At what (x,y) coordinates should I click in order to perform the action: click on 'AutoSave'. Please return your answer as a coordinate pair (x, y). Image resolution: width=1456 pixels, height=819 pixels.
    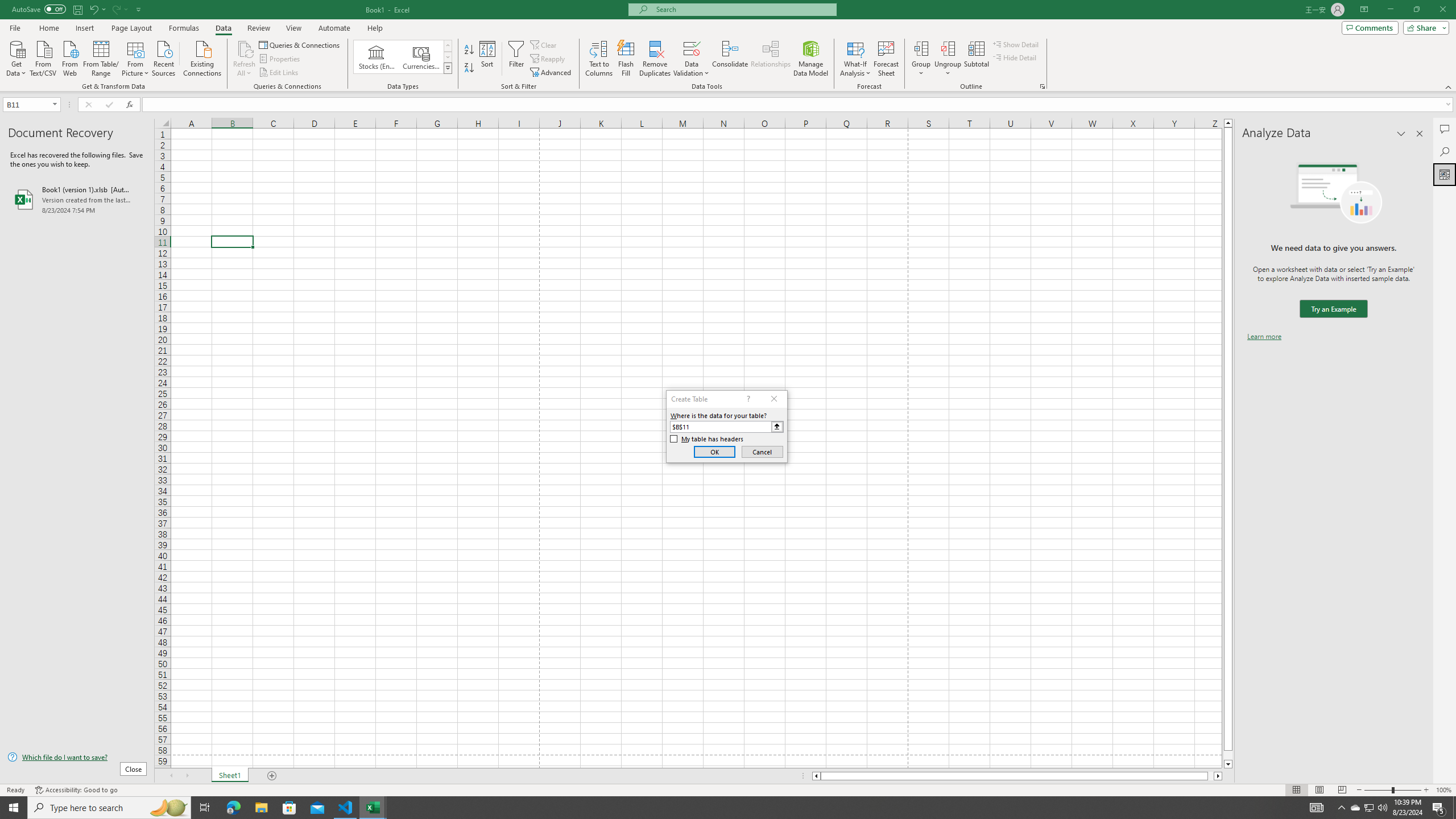
    Looking at the image, I should click on (39, 9).